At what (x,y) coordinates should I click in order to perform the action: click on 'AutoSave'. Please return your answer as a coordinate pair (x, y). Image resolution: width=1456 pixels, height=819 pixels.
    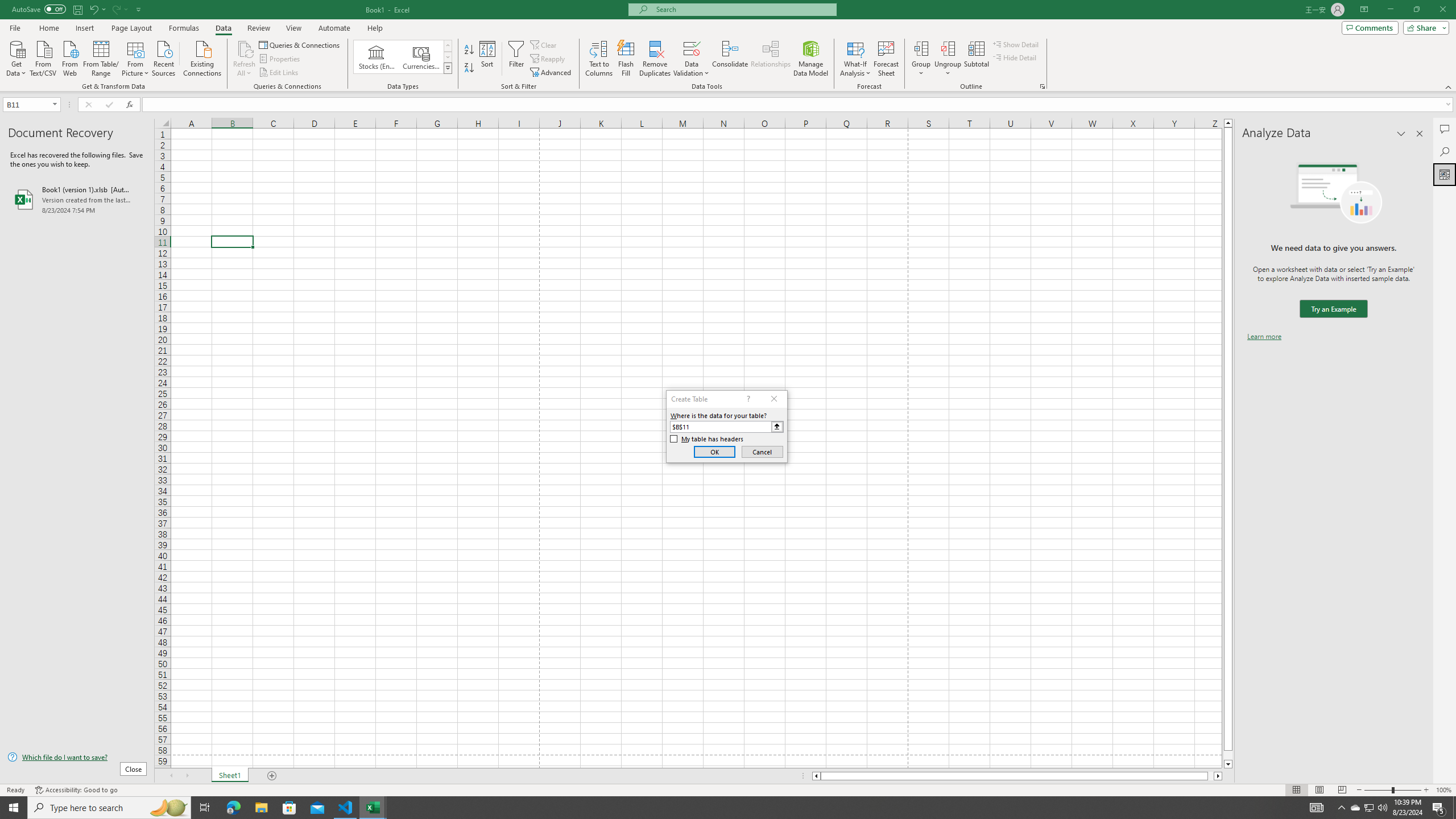
    Looking at the image, I should click on (39, 9).